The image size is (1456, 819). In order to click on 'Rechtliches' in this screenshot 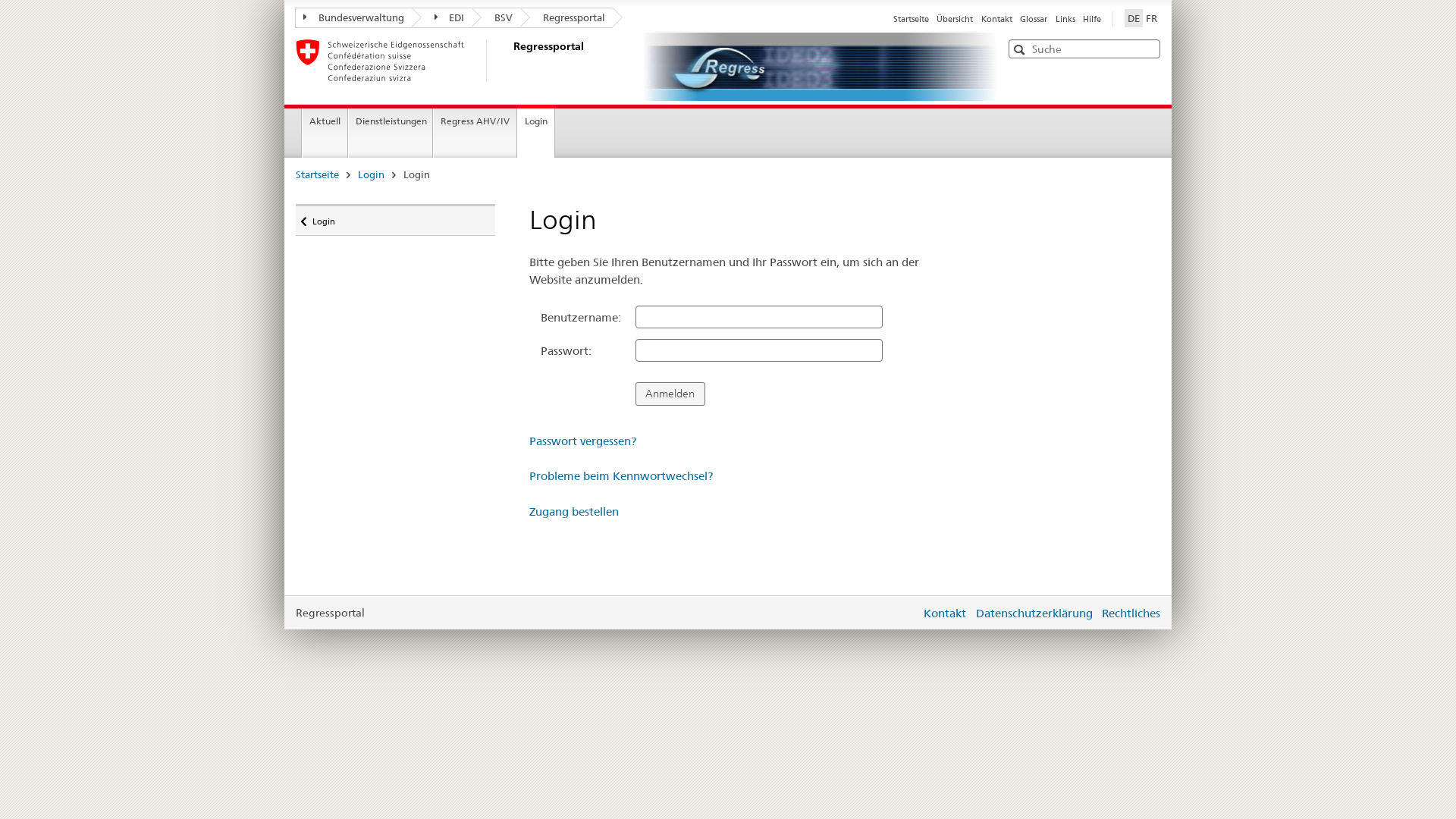, I will do `click(1131, 612)`.